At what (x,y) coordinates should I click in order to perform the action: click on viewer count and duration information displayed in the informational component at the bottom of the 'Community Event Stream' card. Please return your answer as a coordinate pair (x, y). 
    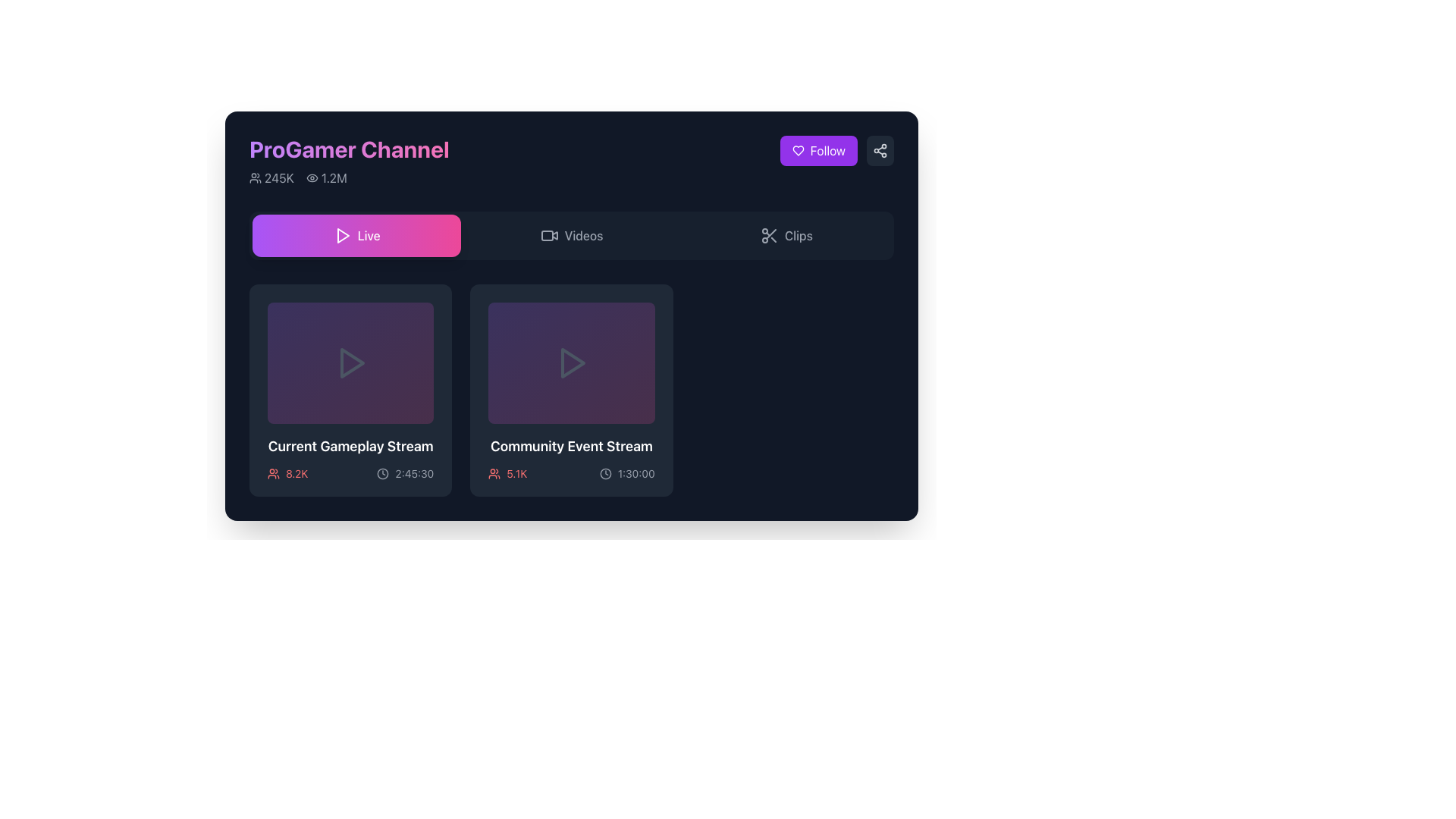
    Looking at the image, I should click on (570, 472).